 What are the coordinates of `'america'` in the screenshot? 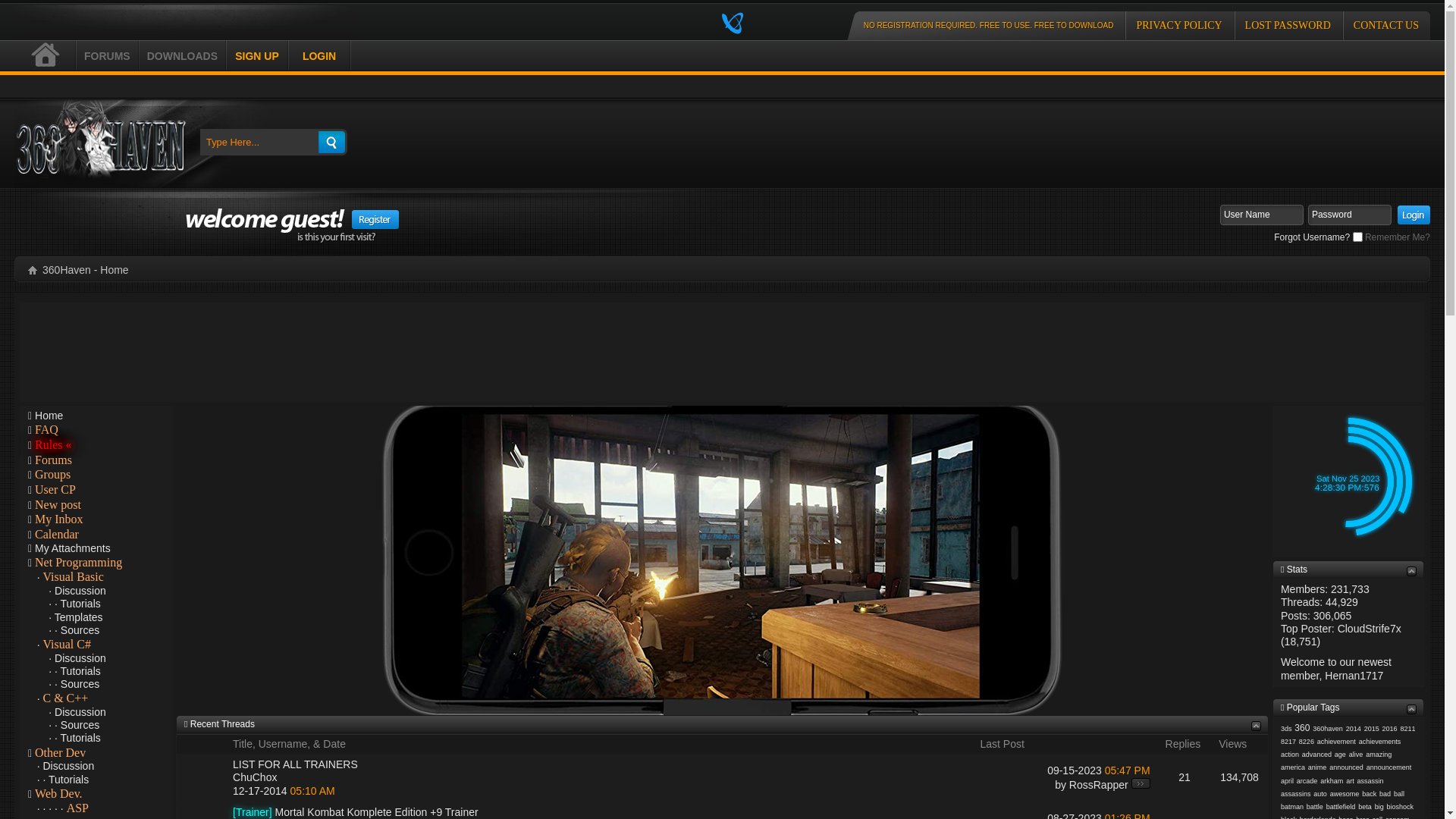 It's located at (1291, 767).